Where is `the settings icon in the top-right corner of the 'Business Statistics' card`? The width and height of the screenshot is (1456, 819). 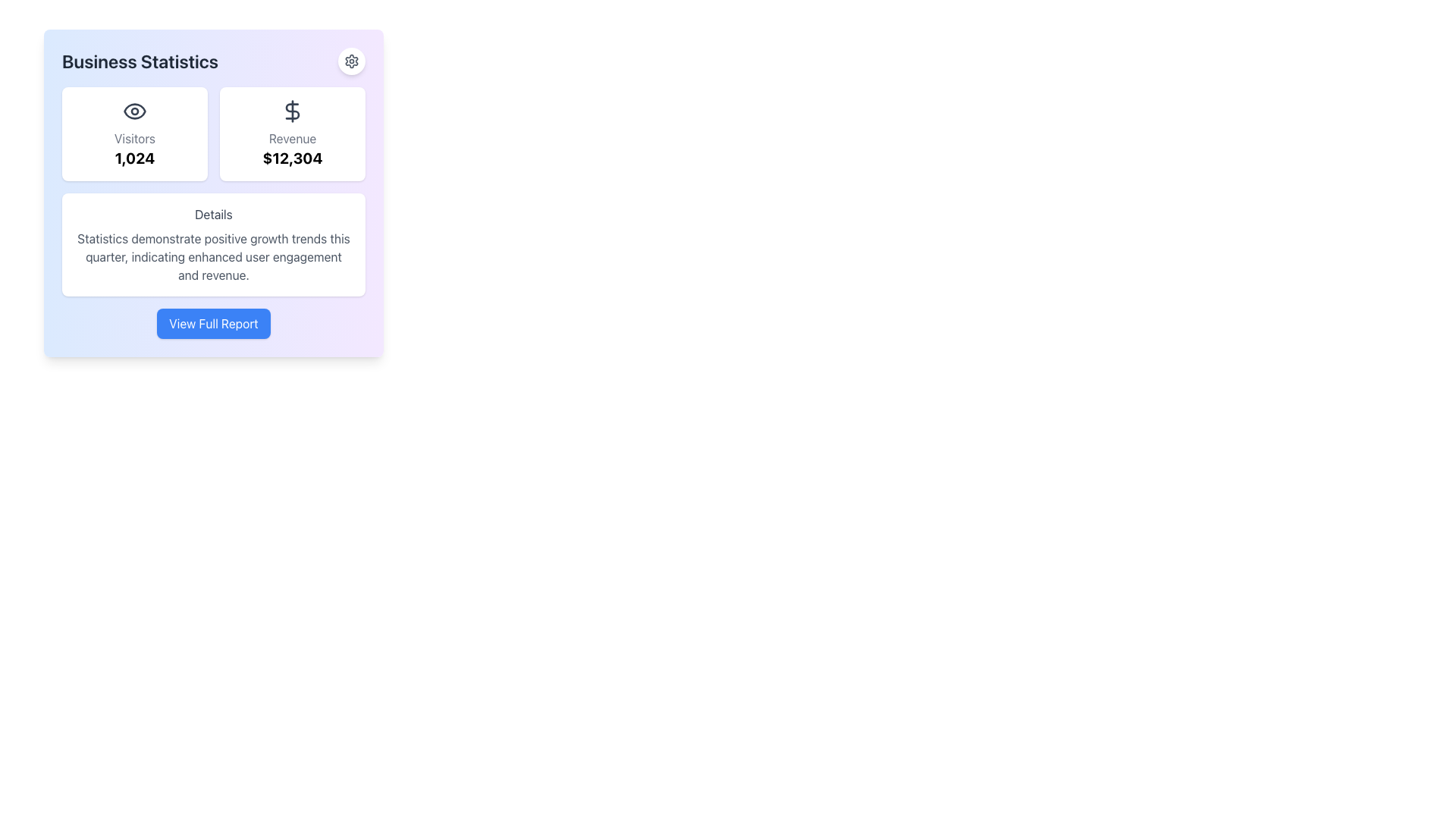 the settings icon in the top-right corner of the 'Business Statistics' card is located at coordinates (351, 61).